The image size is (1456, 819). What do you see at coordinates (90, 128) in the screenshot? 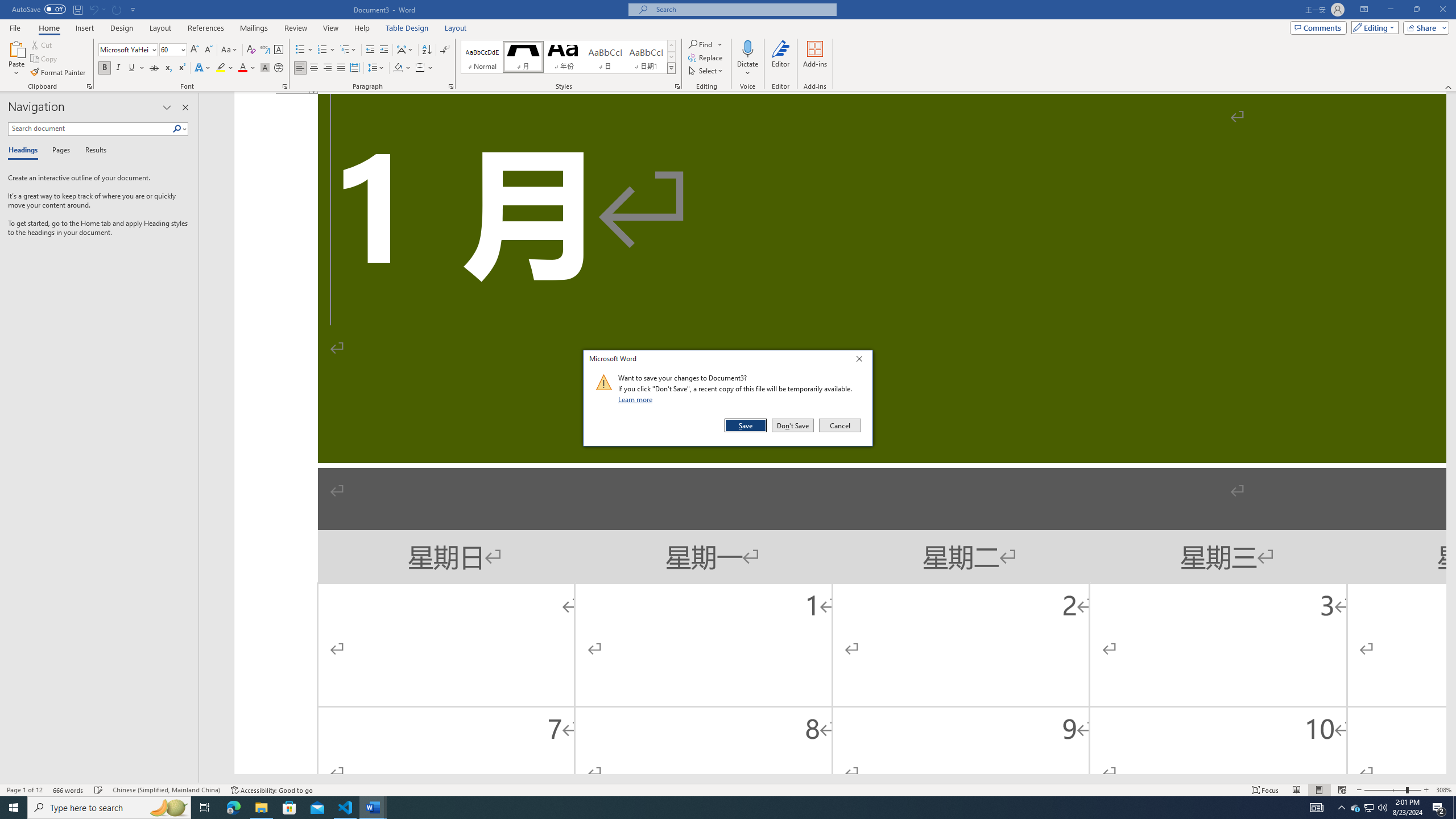
I see `'Search document'` at bounding box center [90, 128].